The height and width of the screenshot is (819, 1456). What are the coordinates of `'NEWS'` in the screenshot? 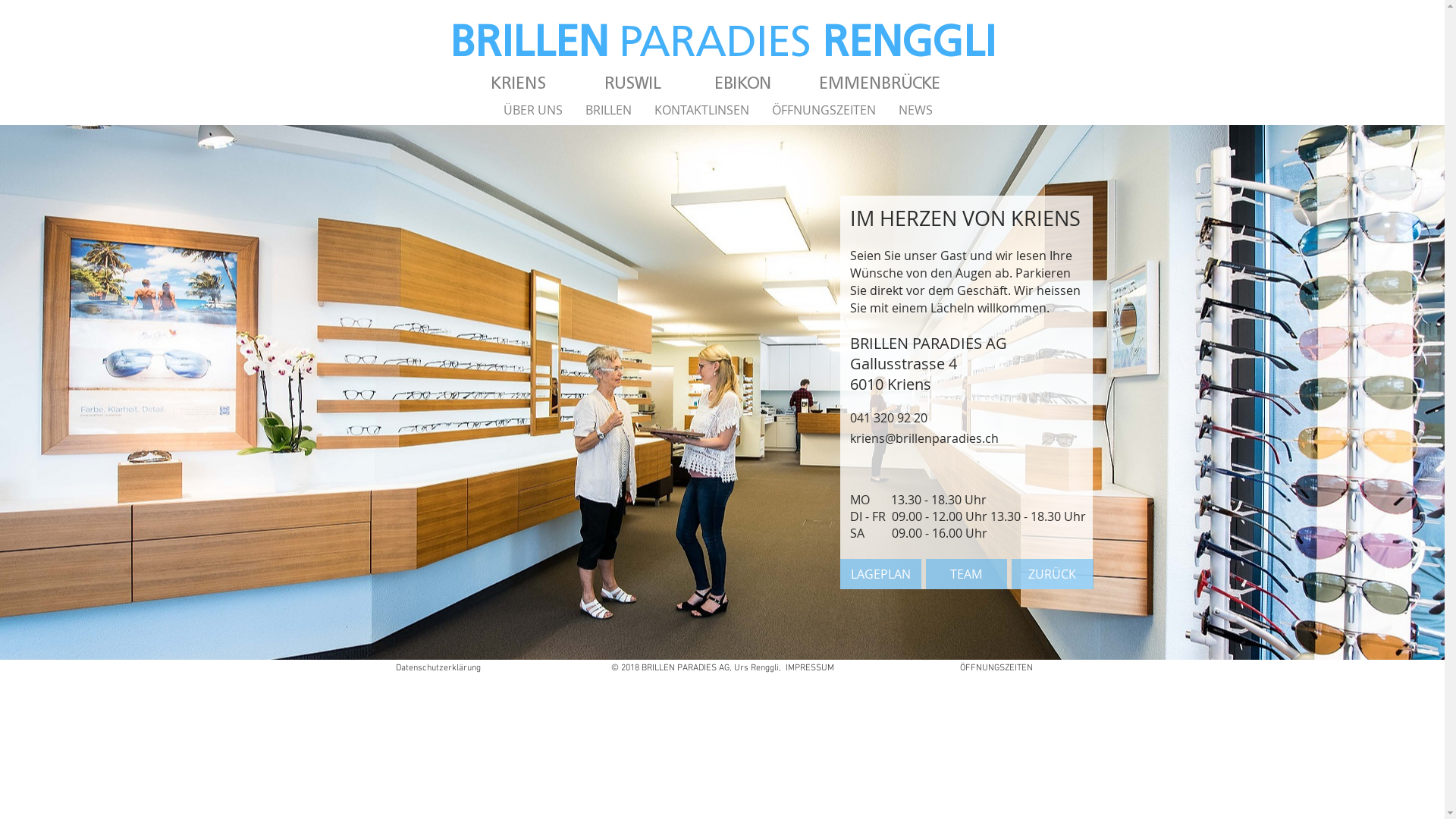 It's located at (915, 109).